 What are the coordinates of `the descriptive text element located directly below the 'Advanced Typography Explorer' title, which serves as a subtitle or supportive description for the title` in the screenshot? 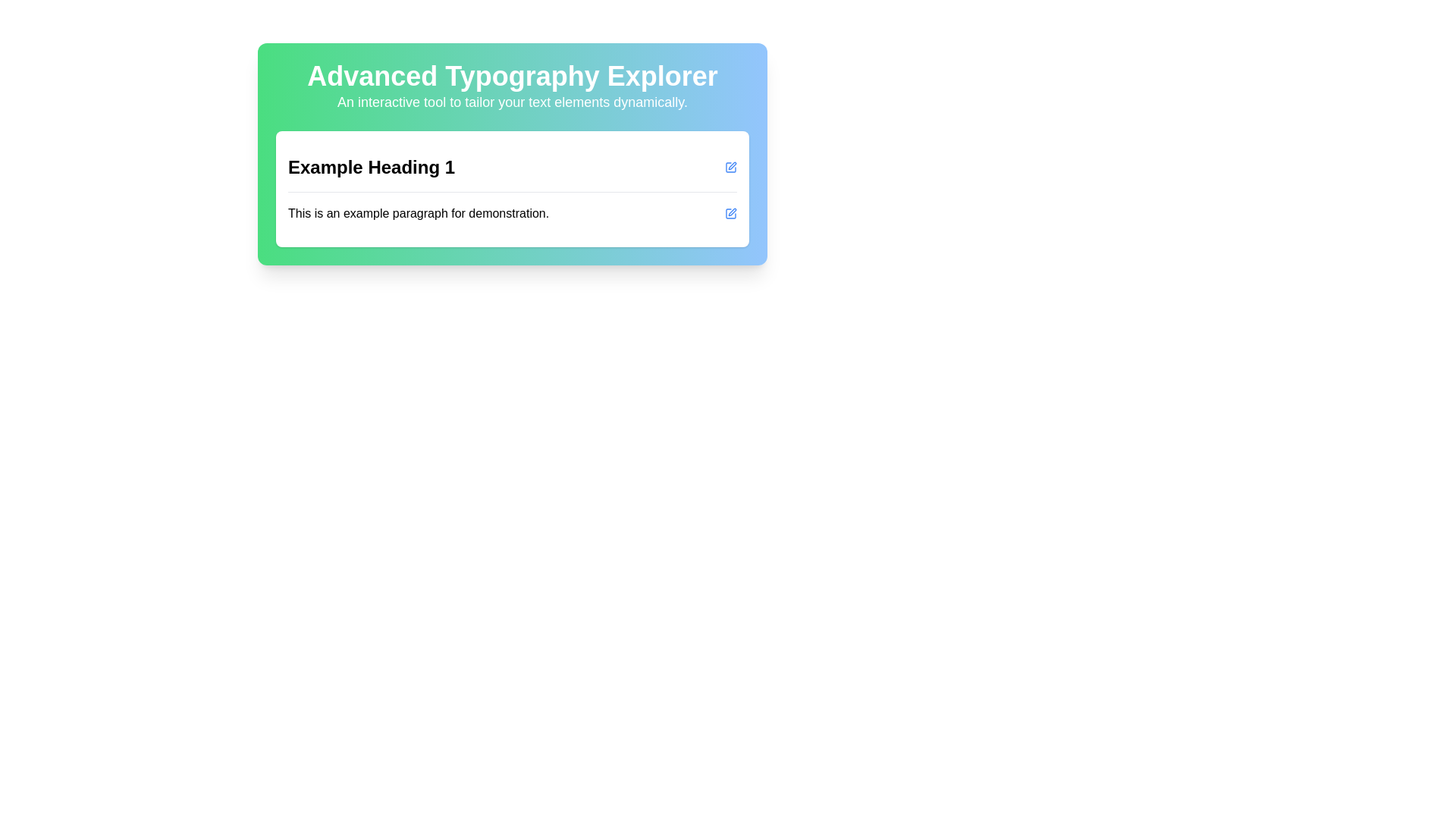 It's located at (513, 102).